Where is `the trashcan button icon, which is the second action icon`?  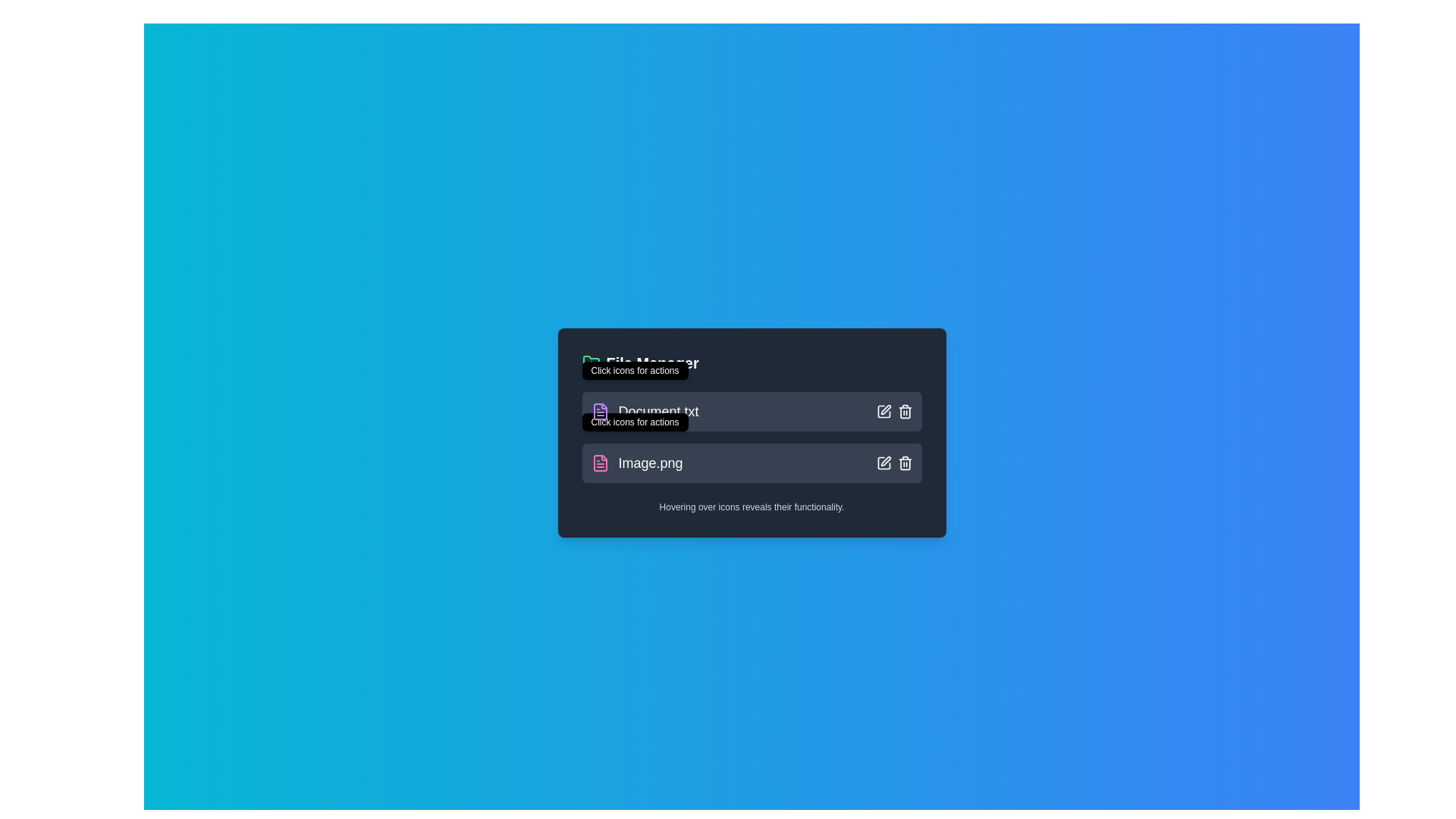 the trashcan button icon, which is the second action icon is located at coordinates (905, 412).